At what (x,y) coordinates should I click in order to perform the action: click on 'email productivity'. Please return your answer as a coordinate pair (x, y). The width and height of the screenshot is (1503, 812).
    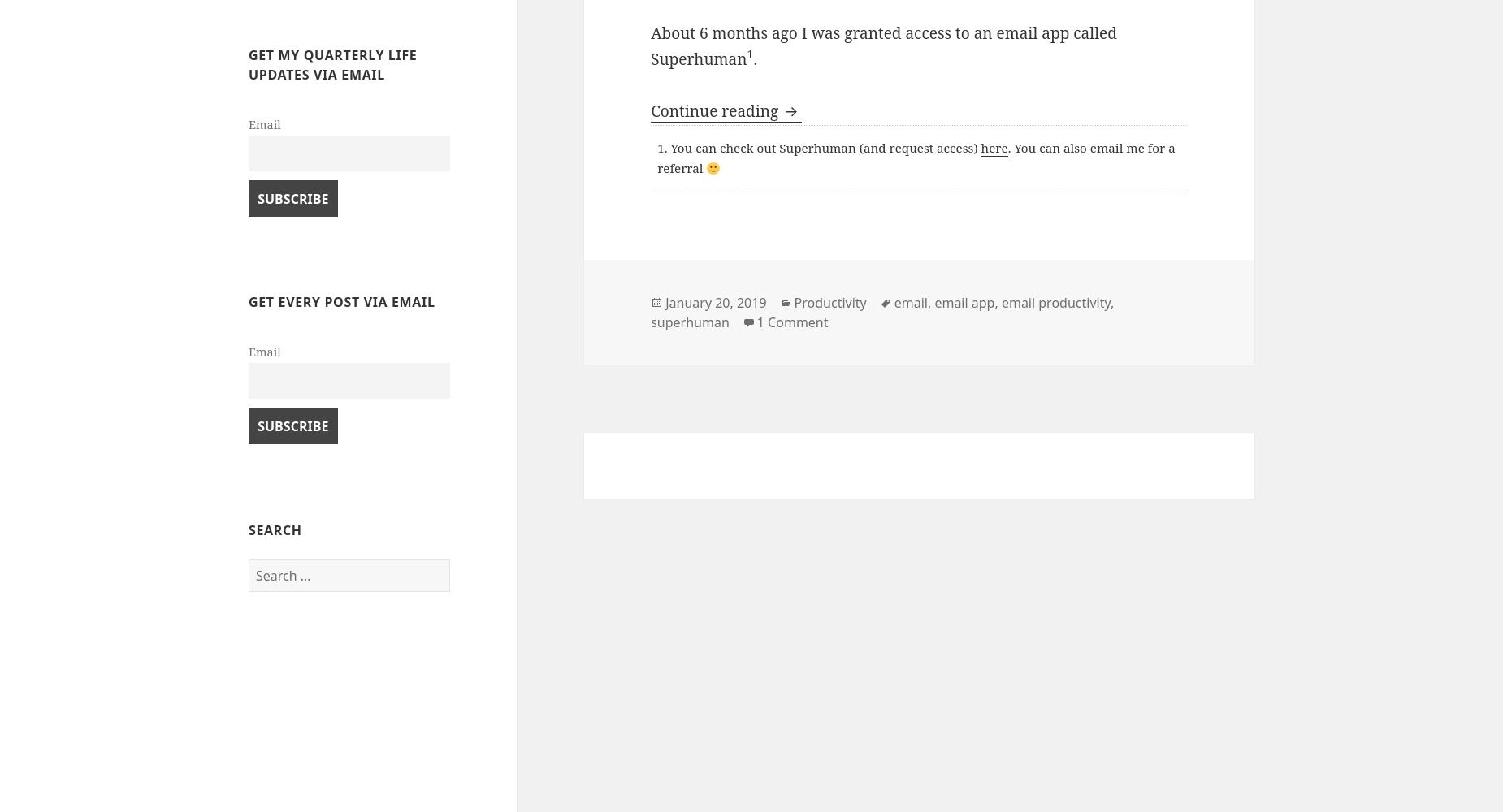
    Looking at the image, I should click on (999, 301).